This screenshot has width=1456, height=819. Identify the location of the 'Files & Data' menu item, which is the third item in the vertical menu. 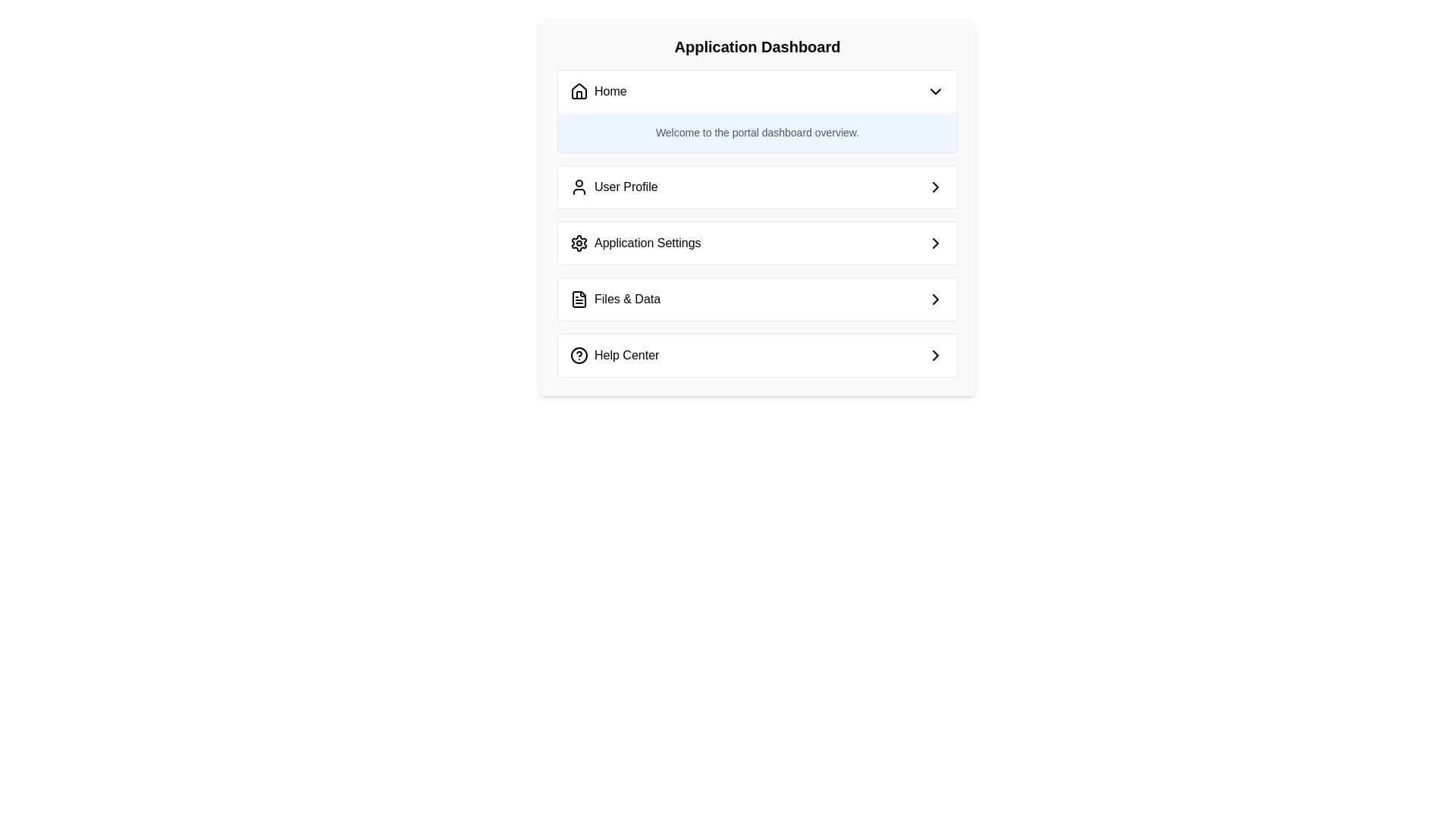
(615, 299).